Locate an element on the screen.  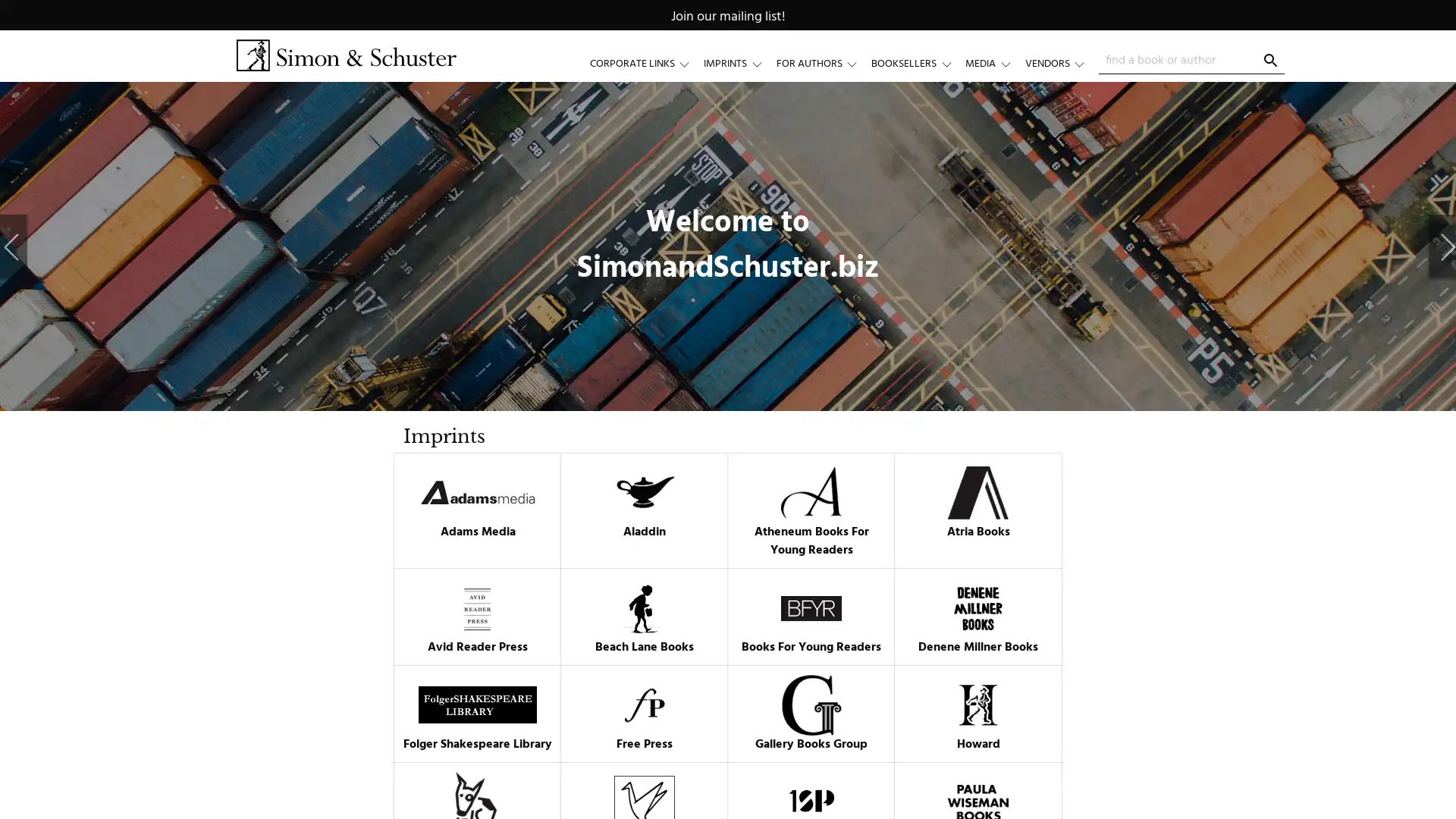
VENDORS is located at coordinates (1061, 63).